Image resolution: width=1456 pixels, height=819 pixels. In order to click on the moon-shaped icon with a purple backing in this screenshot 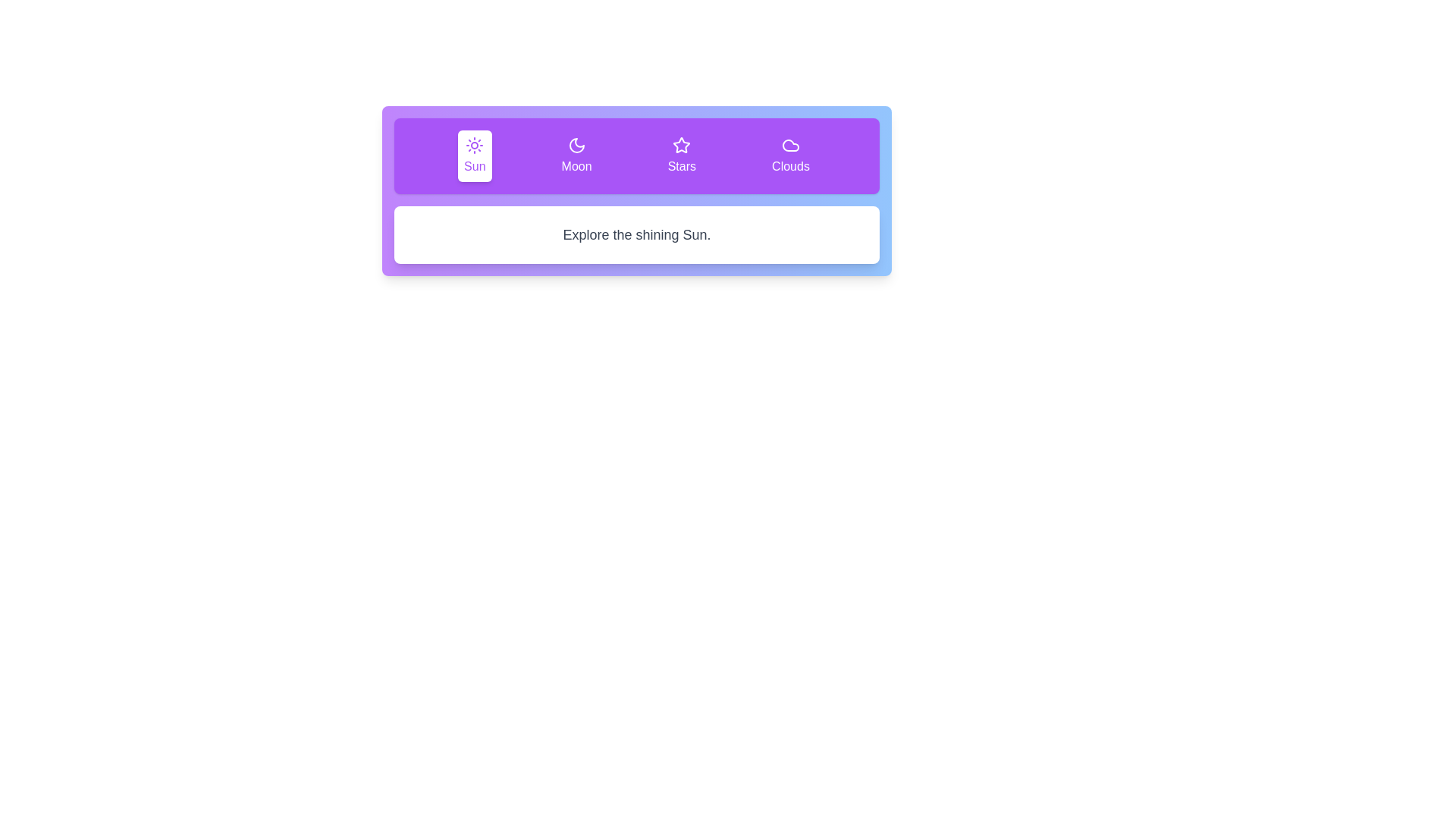, I will do `click(576, 146)`.